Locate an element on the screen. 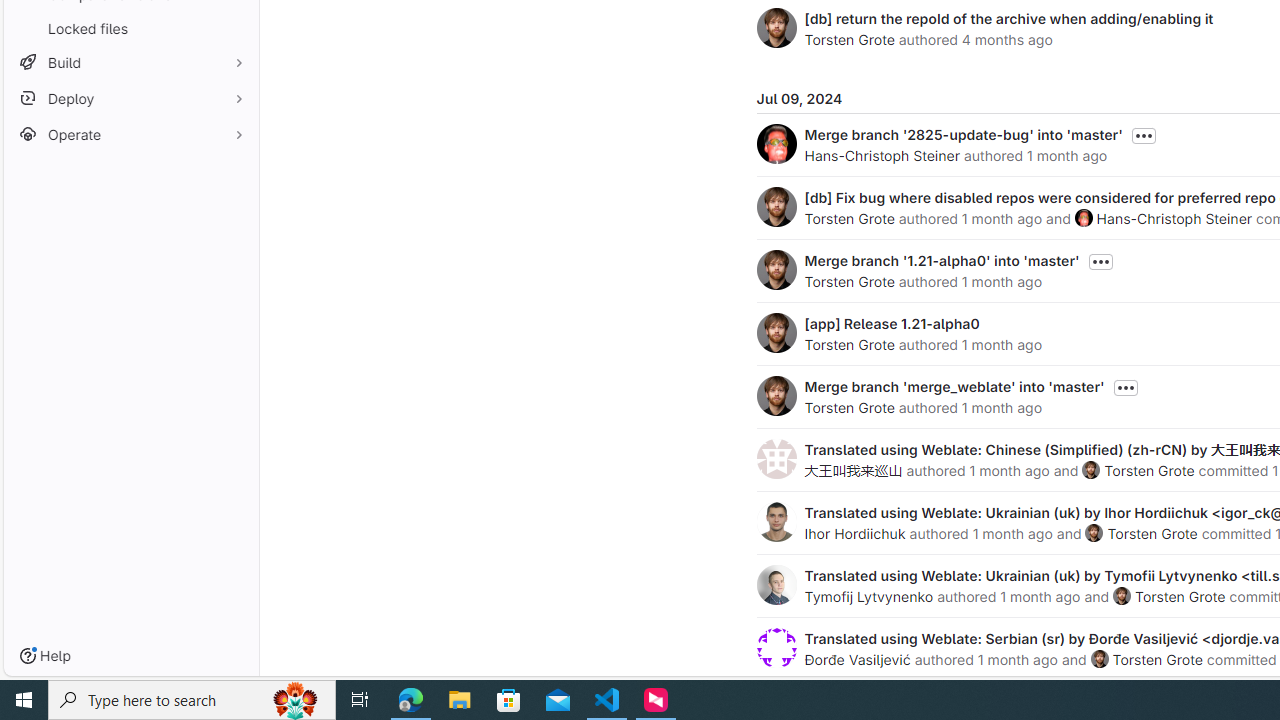 This screenshot has height=720, width=1280. 'Start' is located at coordinates (24, 698).